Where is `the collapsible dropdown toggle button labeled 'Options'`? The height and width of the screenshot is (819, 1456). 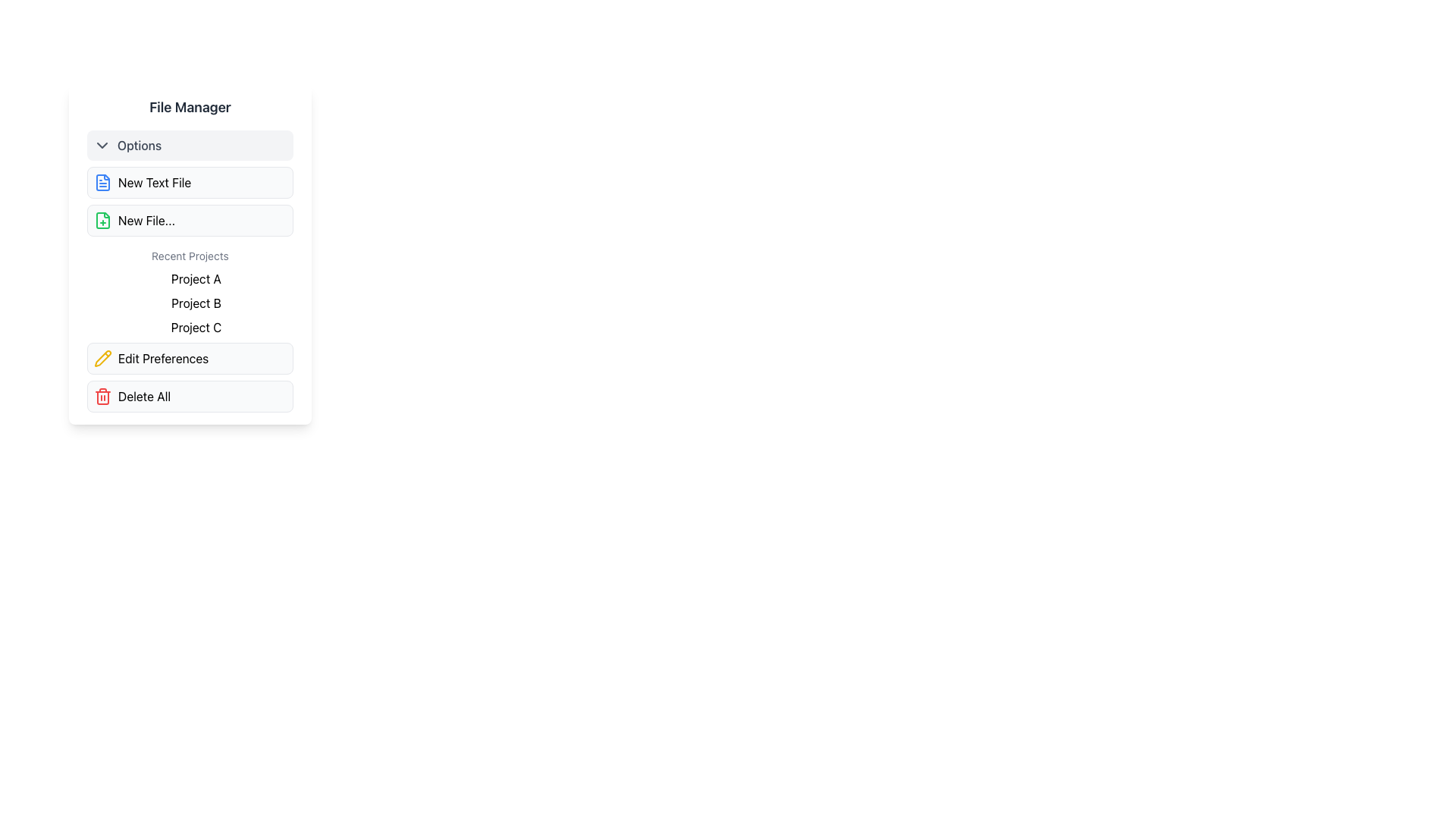 the collapsible dropdown toggle button labeled 'Options' is located at coordinates (189, 146).